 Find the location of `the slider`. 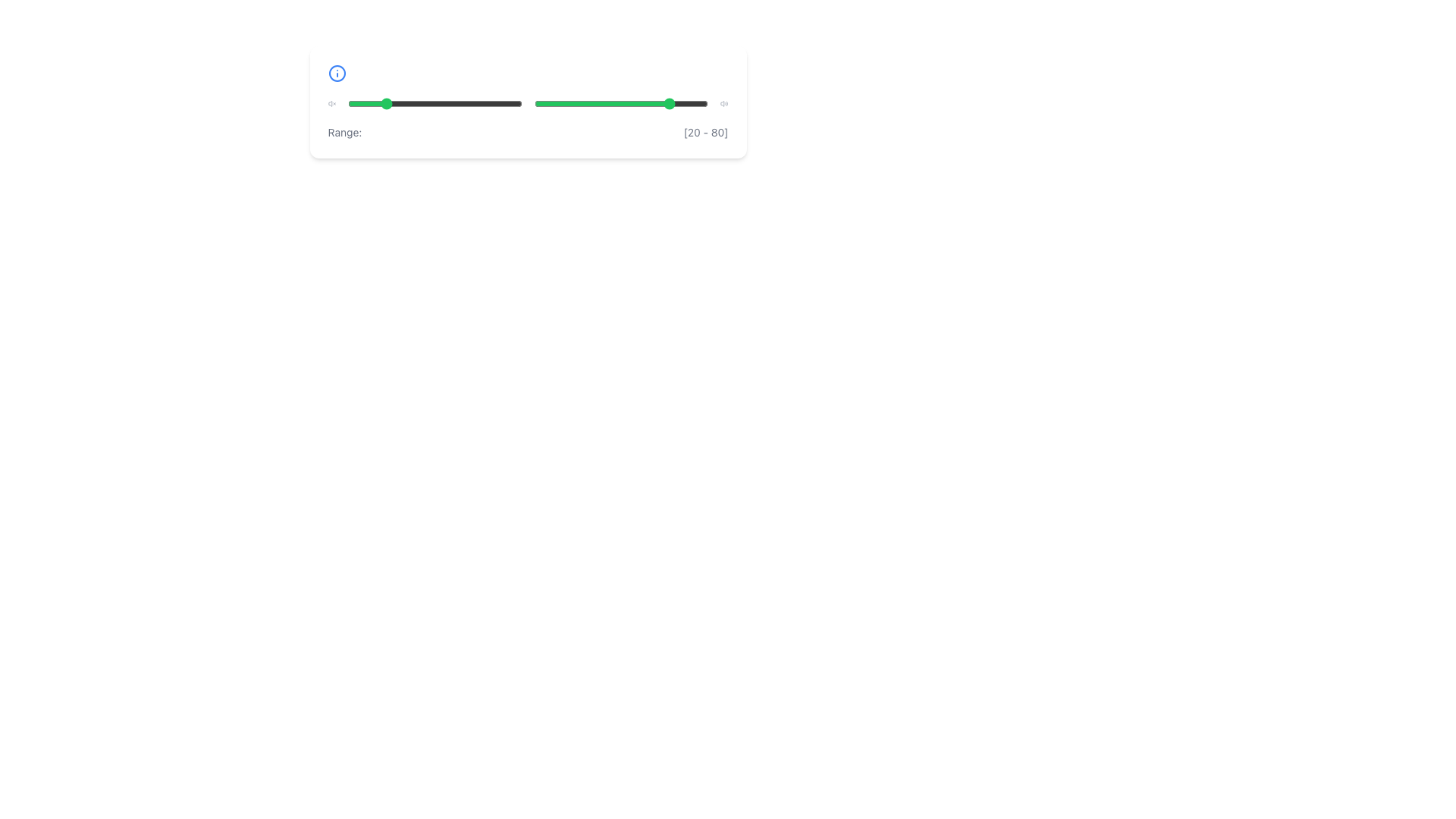

the slider is located at coordinates (356, 103).